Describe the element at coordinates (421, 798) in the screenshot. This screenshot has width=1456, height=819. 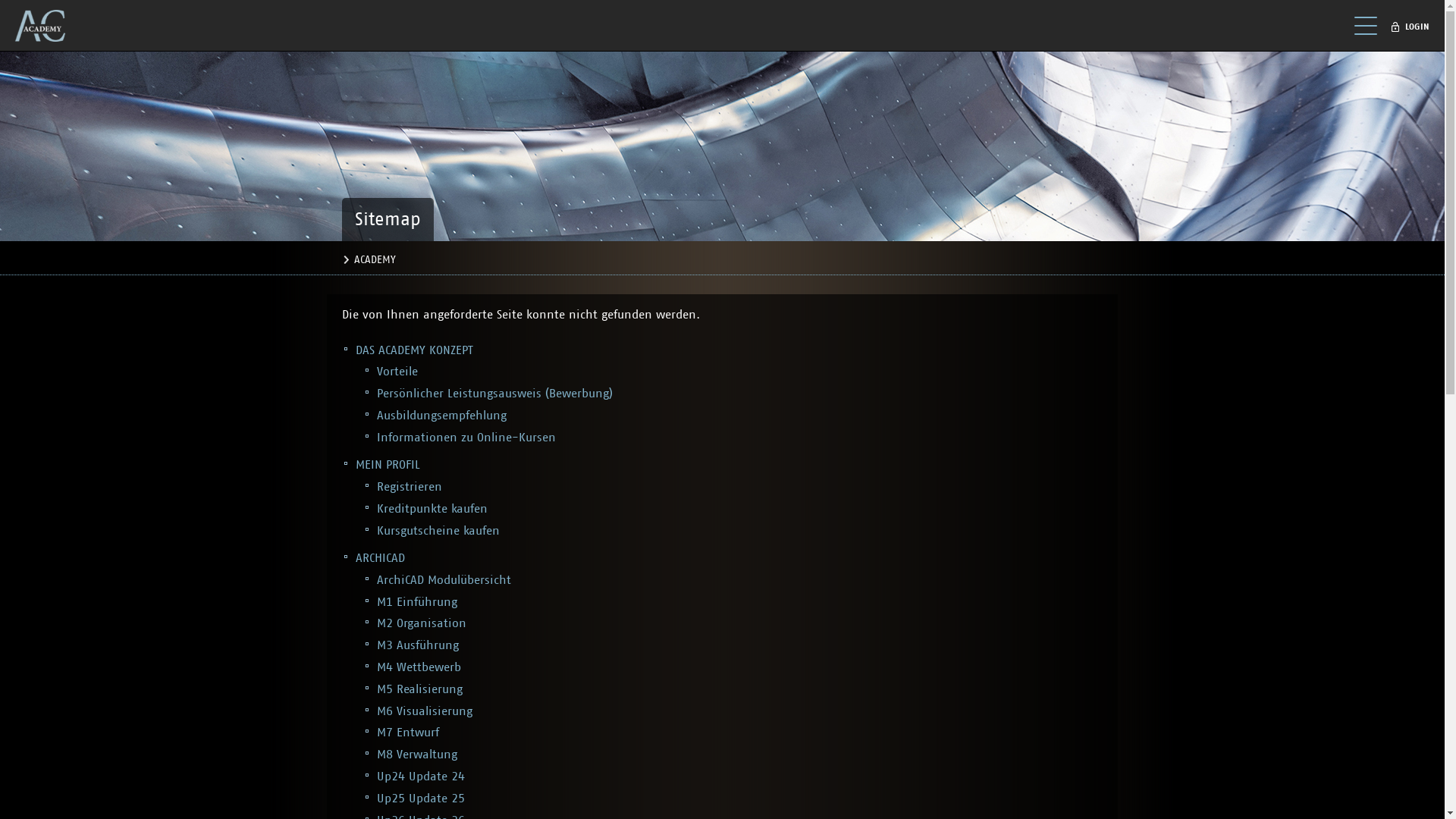
I see `'Up25 Update 25'` at that location.